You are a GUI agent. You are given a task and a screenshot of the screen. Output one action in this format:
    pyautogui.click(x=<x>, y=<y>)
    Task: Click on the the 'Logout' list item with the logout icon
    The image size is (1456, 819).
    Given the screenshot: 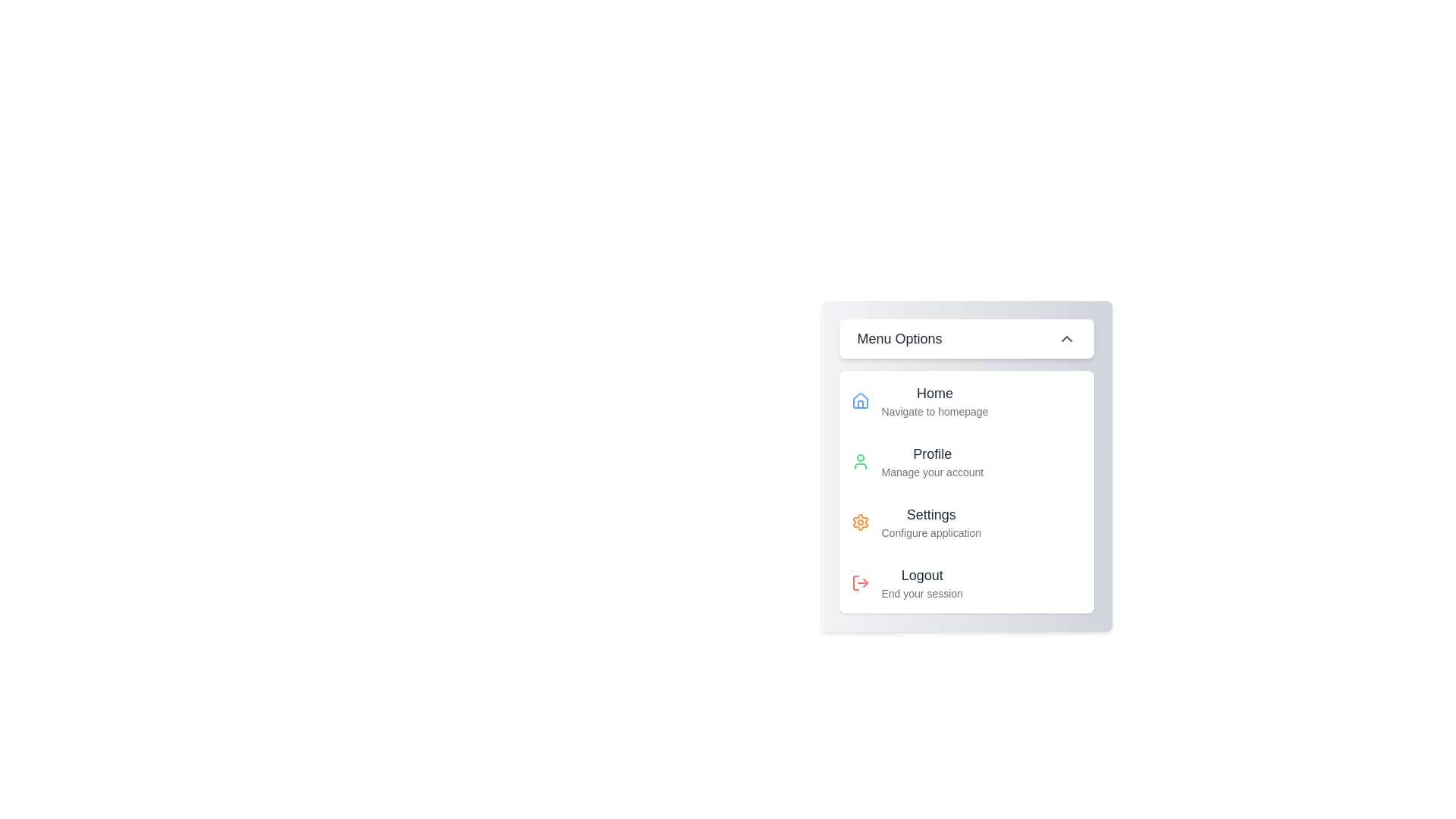 What is the action you would take?
    pyautogui.click(x=921, y=582)
    